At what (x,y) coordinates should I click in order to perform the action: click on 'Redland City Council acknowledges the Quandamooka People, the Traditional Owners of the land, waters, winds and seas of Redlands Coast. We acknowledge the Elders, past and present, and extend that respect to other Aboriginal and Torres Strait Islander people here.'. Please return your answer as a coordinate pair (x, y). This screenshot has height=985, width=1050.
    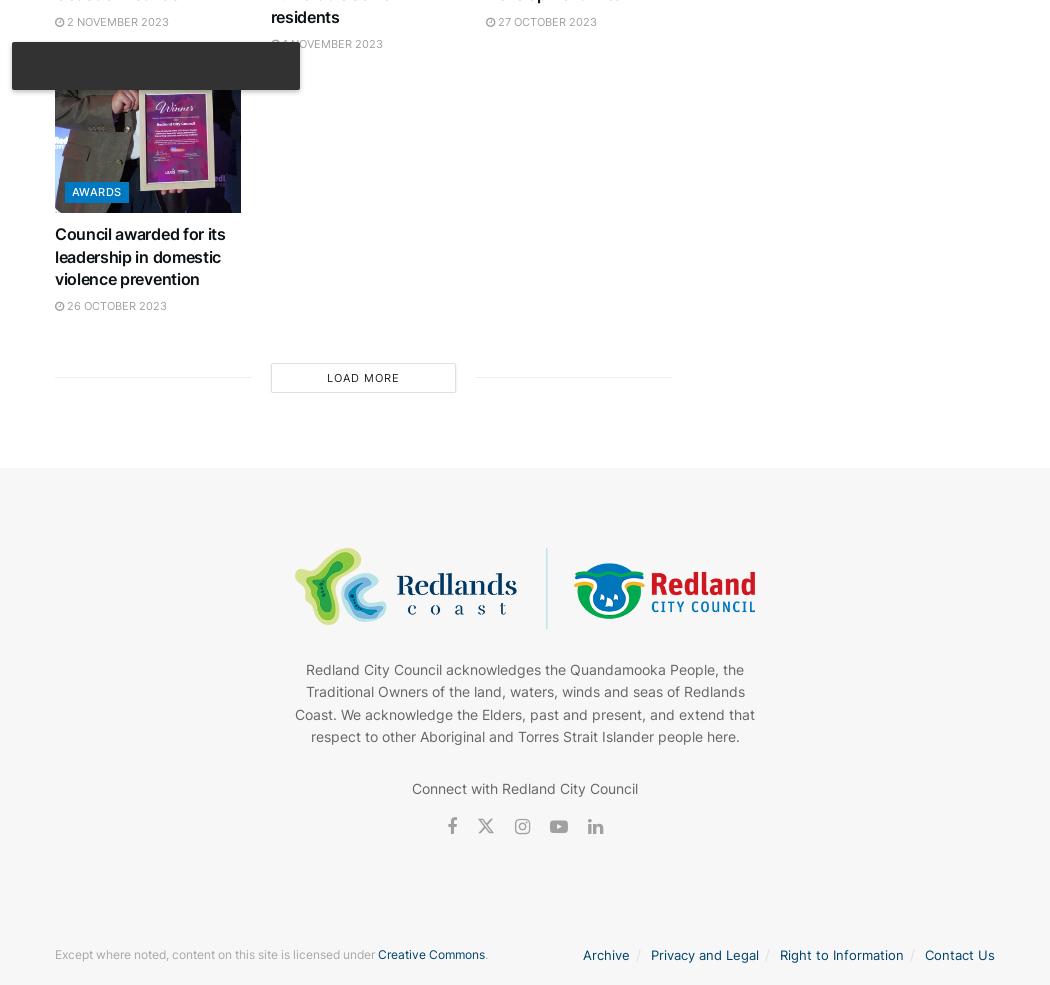
    Looking at the image, I should click on (525, 702).